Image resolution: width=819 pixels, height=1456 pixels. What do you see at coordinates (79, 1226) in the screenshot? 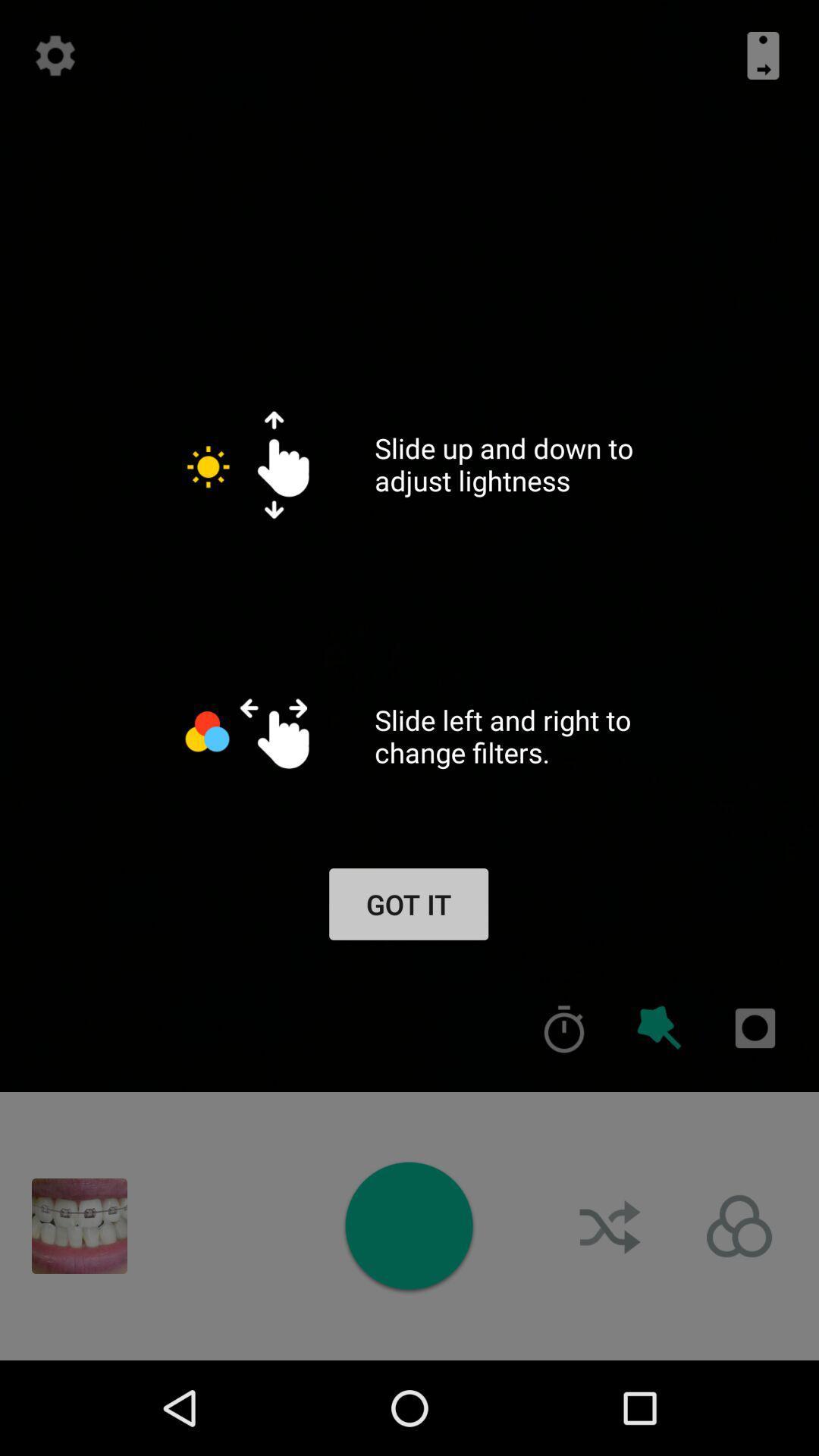
I see `the item at the bottom left corner` at bounding box center [79, 1226].